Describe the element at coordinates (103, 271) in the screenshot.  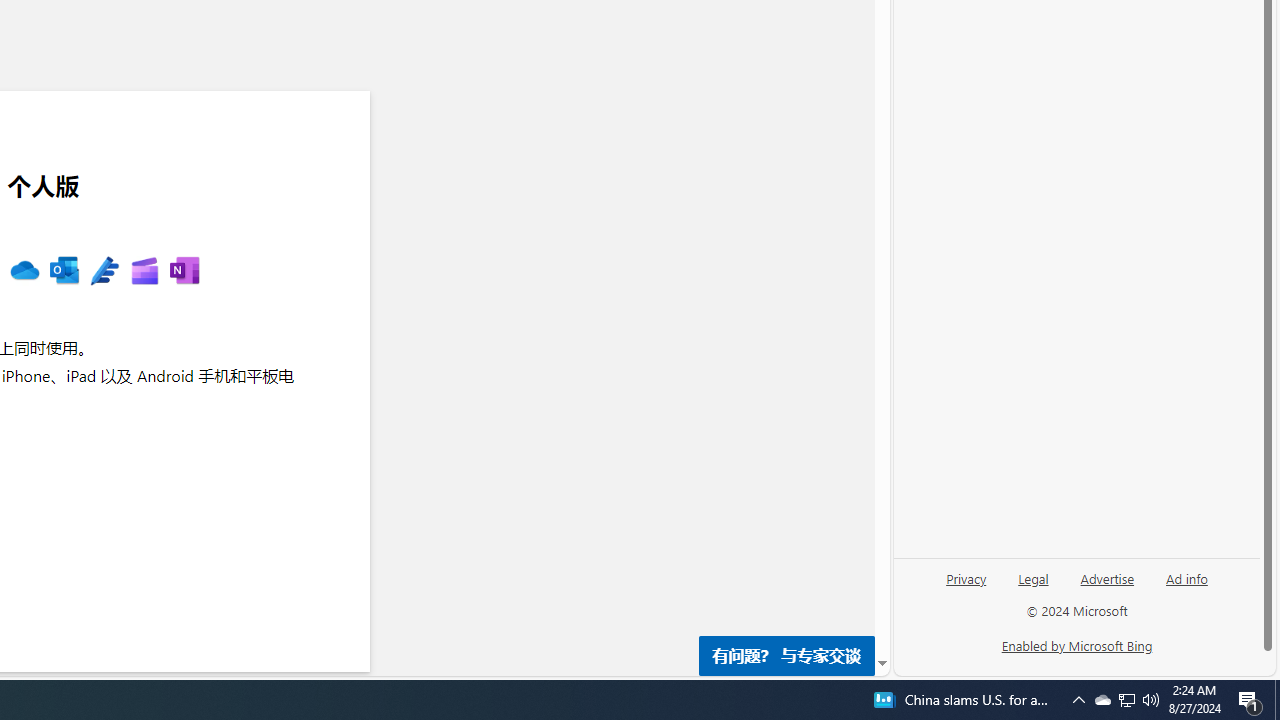
I see `'MS Editor'` at that location.